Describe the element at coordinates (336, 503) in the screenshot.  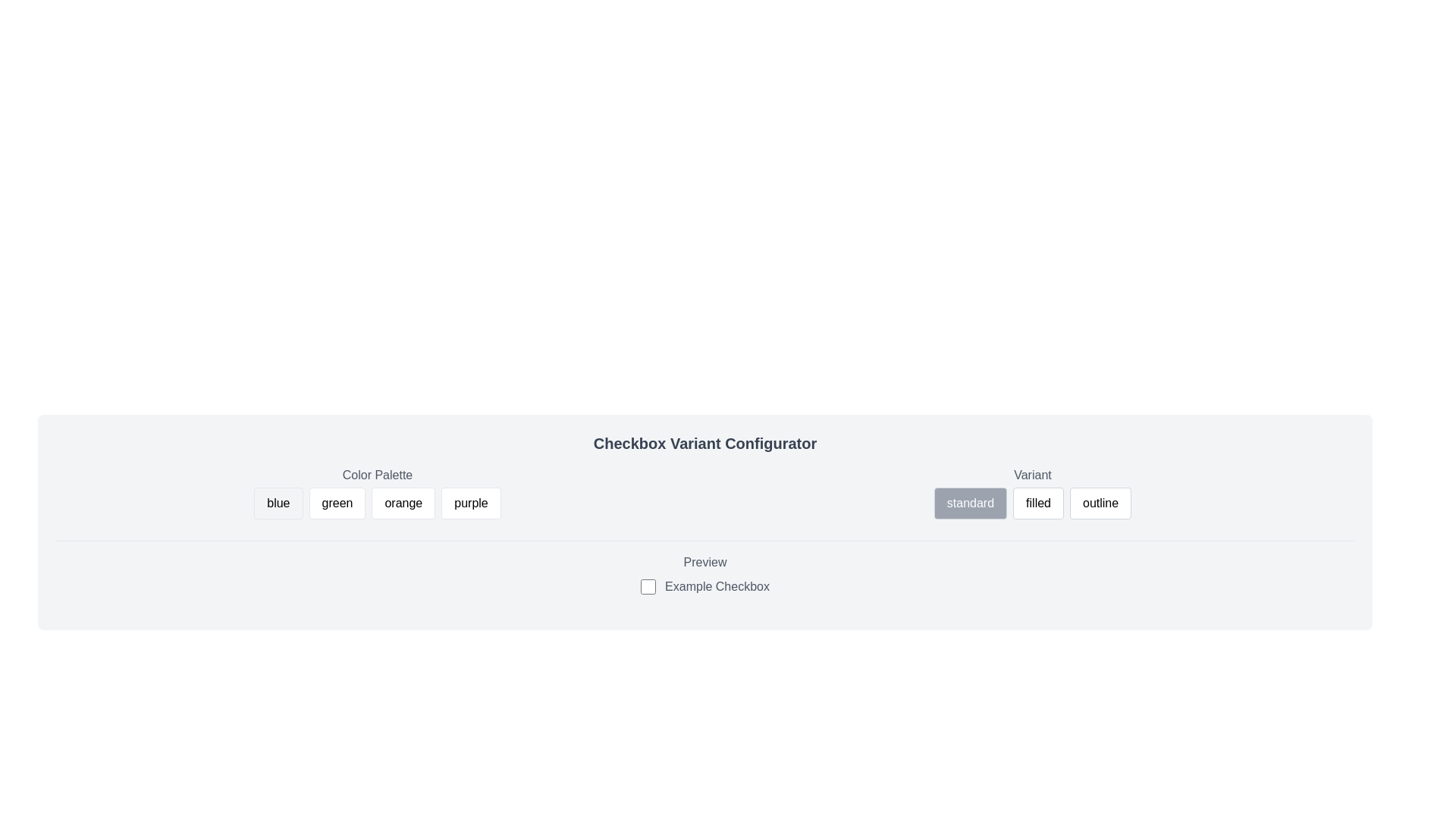
I see `the button that allows users` at that location.